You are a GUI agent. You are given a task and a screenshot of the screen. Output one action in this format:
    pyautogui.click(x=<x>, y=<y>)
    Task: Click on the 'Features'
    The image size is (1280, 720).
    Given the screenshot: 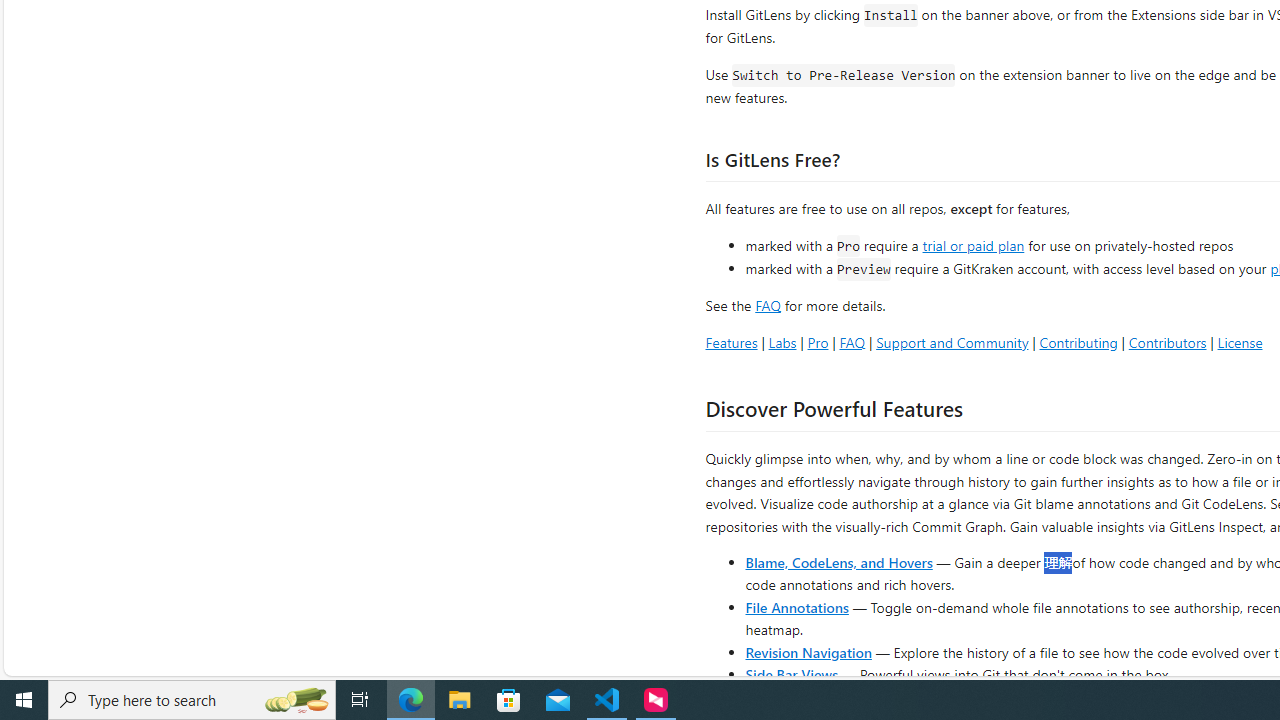 What is the action you would take?
    pyautogui.click(x=730, y=341)
    